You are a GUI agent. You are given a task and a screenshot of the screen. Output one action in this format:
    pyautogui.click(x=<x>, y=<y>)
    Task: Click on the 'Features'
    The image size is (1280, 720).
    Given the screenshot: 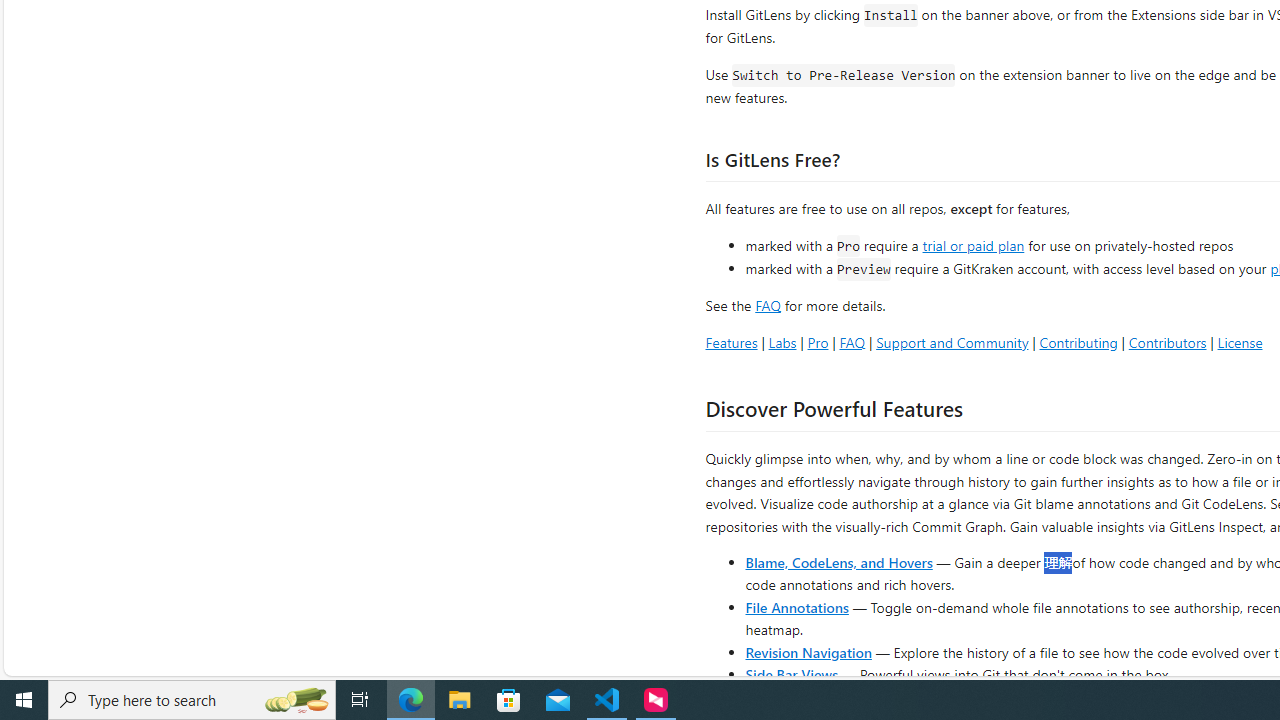 What is the action you would take?
    pyautogui.click(x=730, y=341)
    